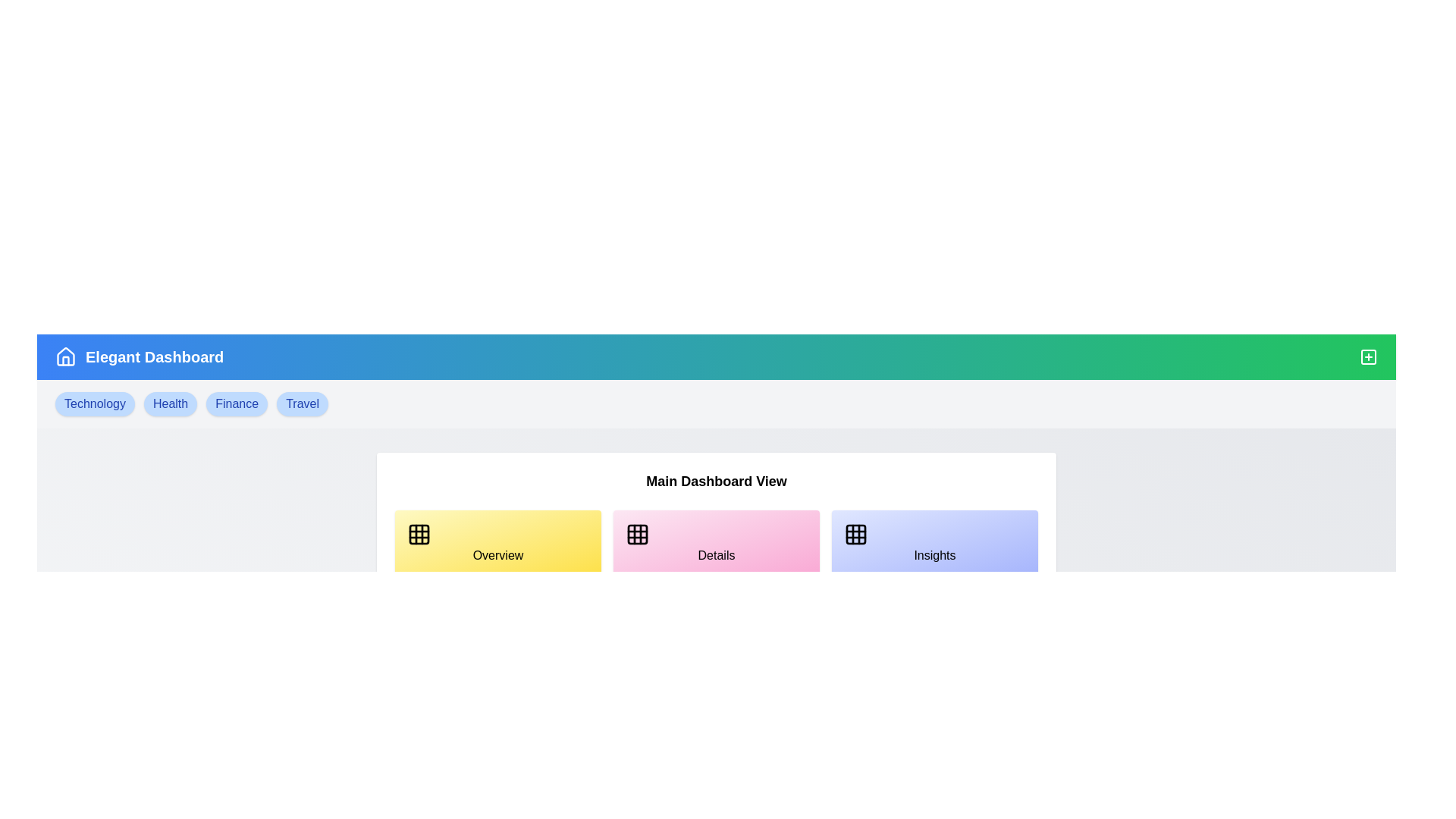 The width and height of the screenshot is (1456, 819). Describe the element at coordinates (1368, 356) in the screenshot. I see `the plus icon to toggle the visibility of the tags` at that location.